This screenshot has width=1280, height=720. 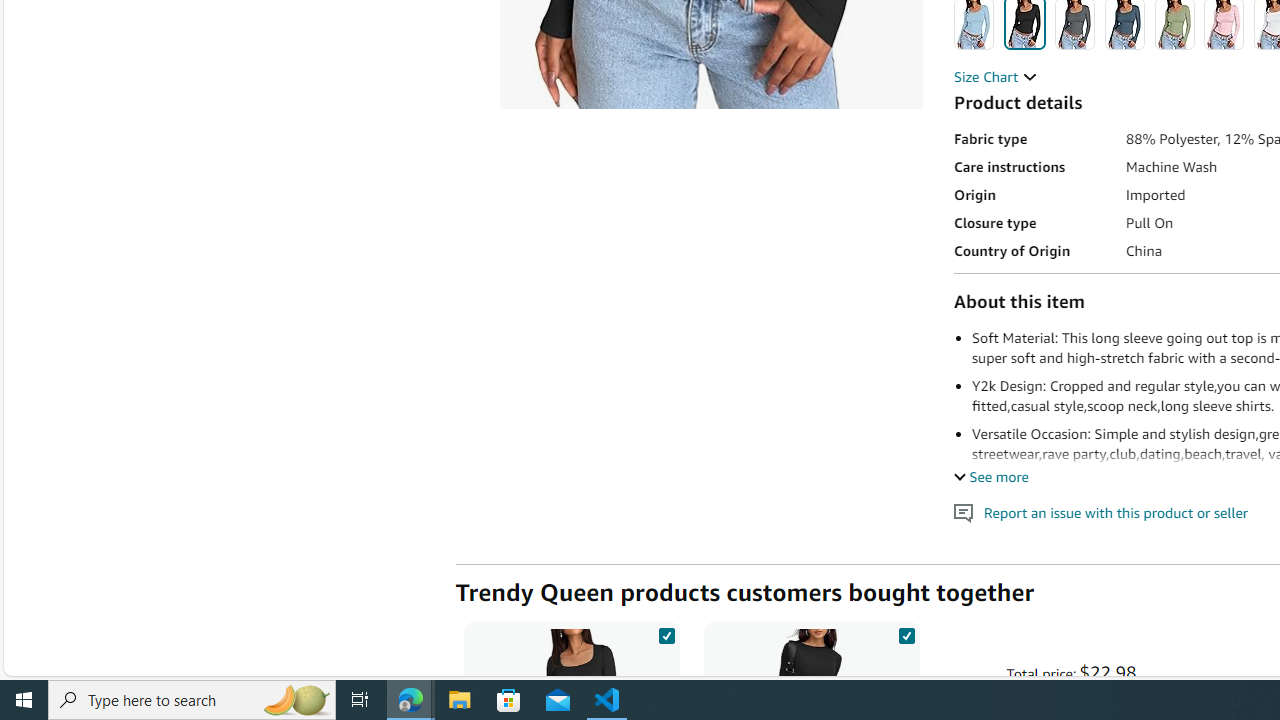 What do you see at coordinates (666, 632) in the screenshot?
I see `'AutomationID: thematicBundleCheck-1'` at bounding box center [666, 632].